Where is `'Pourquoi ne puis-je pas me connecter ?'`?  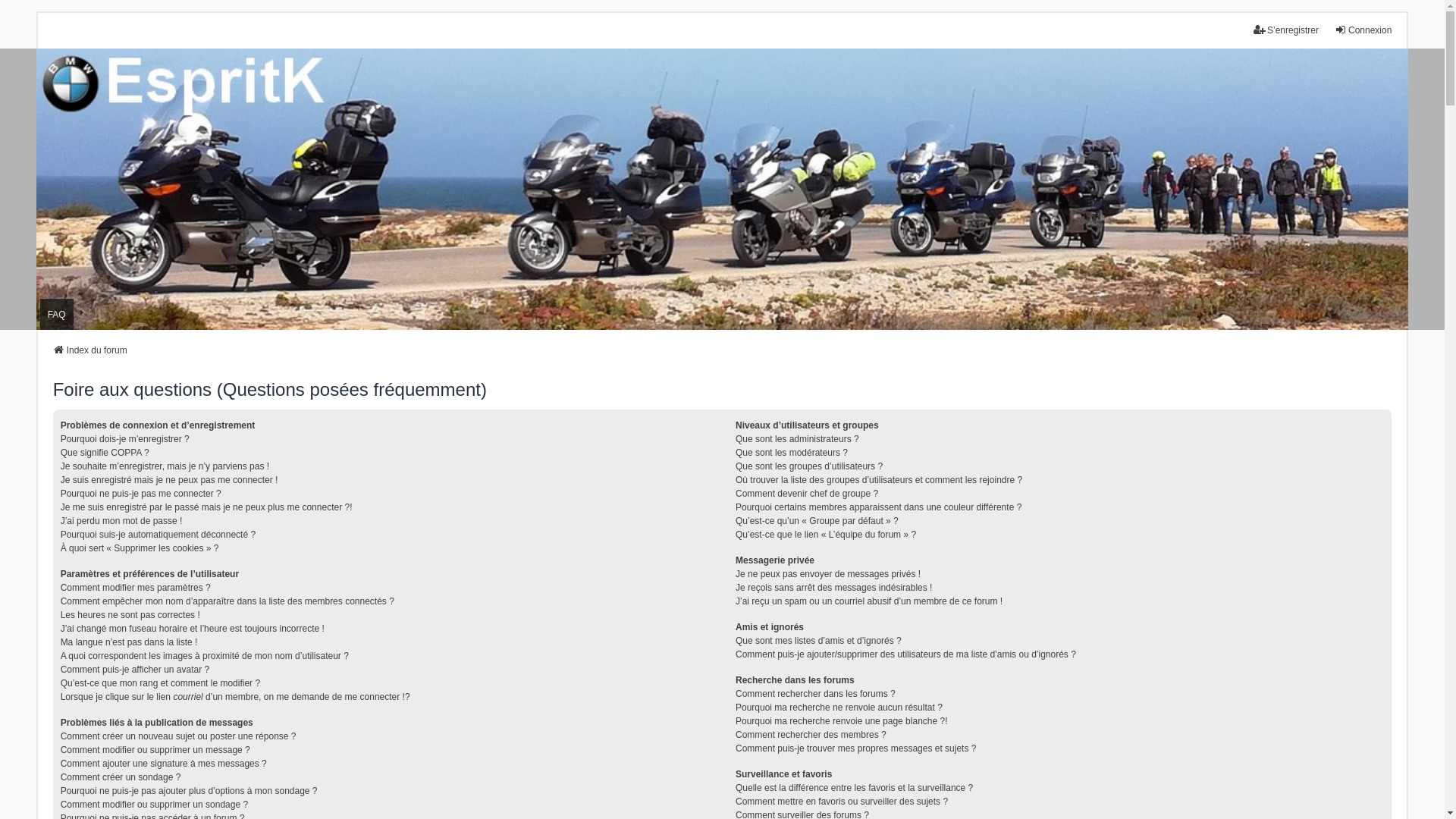
'Pourquoi ne puis-je pas me connecter ?' is located at coordinates (61, 494).